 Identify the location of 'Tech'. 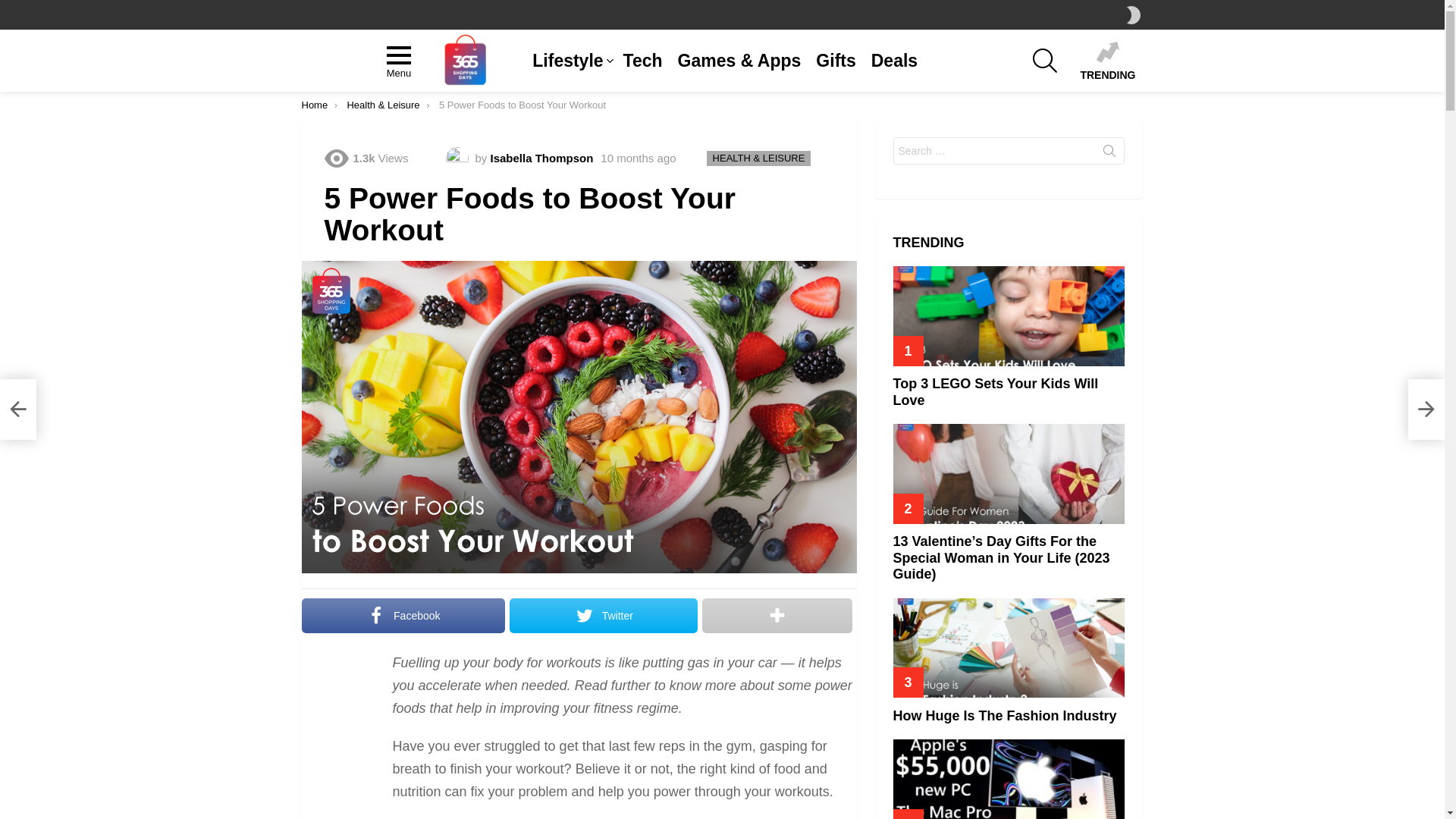
(643, 60).